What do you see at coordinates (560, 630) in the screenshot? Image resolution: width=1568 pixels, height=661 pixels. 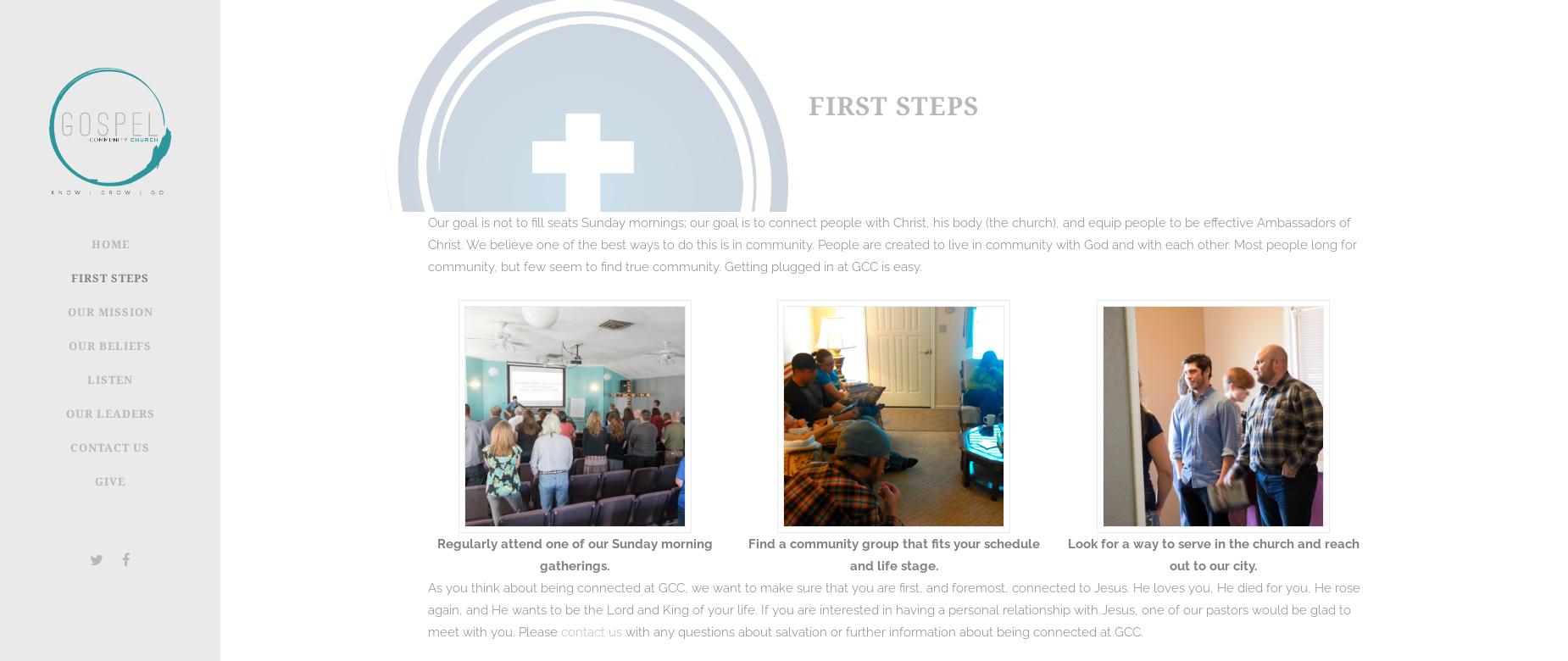 I see `'contact us'` at bounding box center [560, 630].